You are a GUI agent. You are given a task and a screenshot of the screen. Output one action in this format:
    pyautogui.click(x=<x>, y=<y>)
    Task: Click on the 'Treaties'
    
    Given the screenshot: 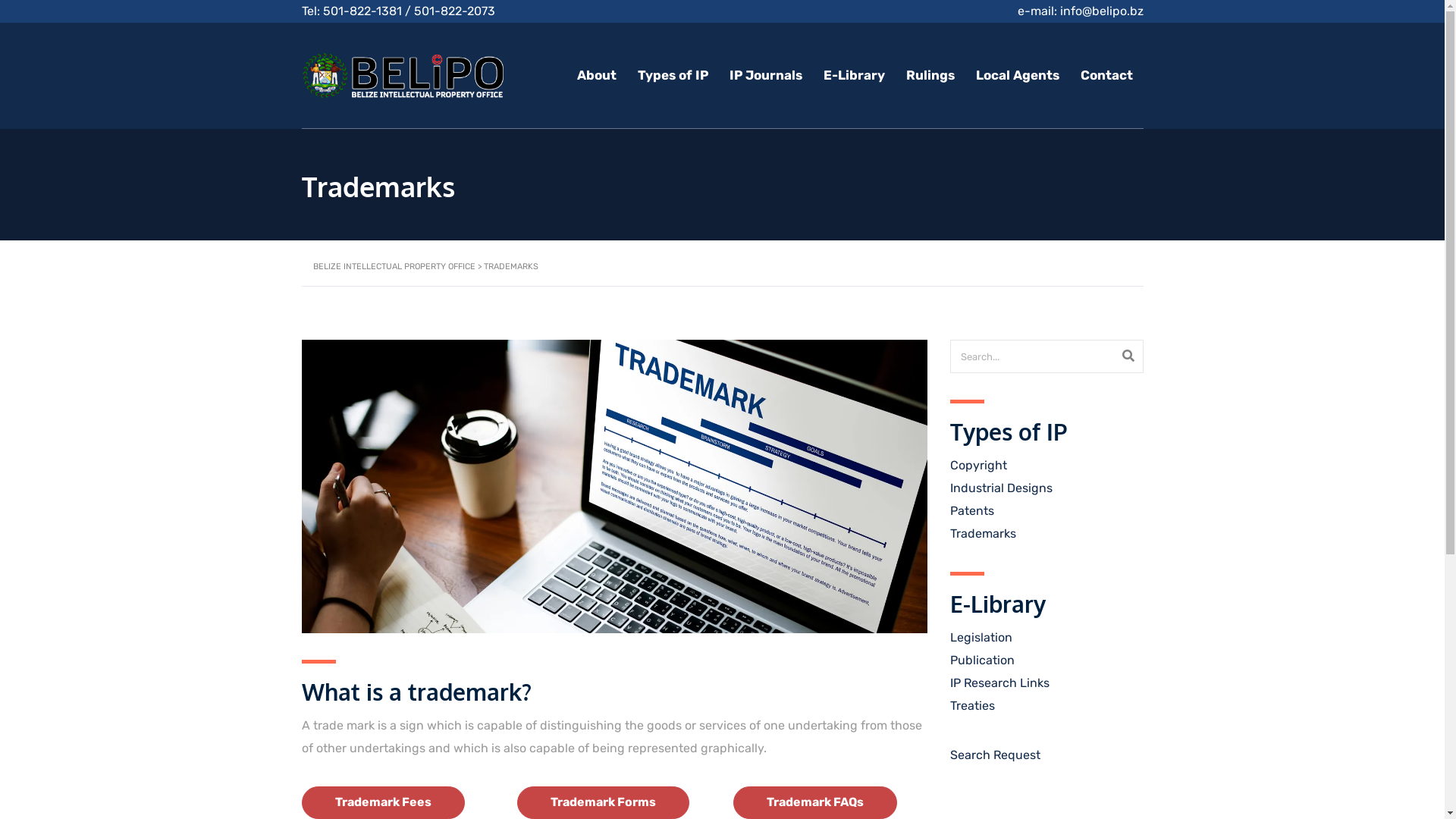 What is the action you would take?
    pyautogui.click(x=971, y=705)
    